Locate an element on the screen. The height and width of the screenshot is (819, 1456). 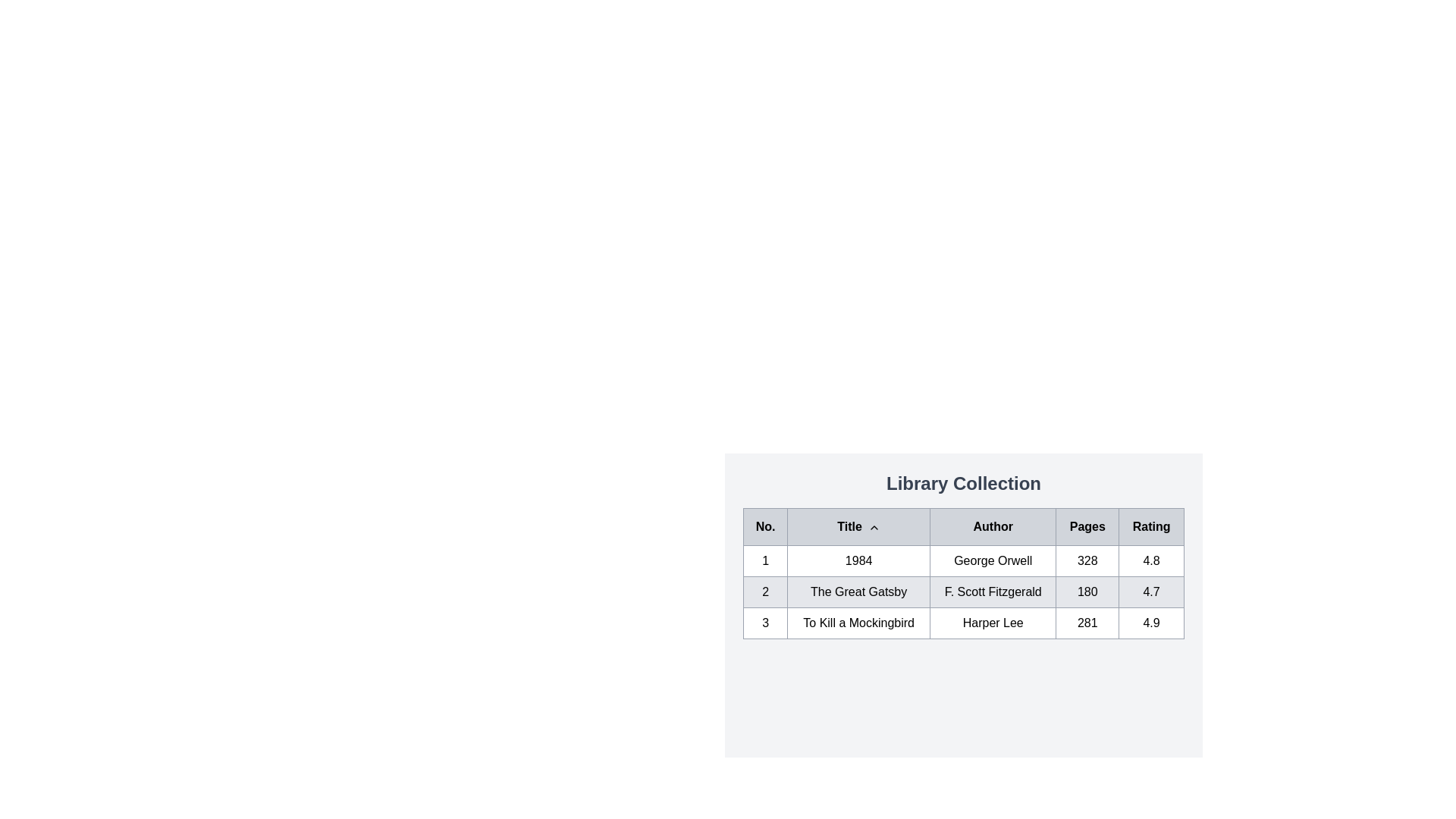
the non-interactive Text Display Field that shows the page count (281) for the book 'To Kill a Mockingbird' in the library collection table, located in the fourth column of the third row is located at coordinates (1087, 623).